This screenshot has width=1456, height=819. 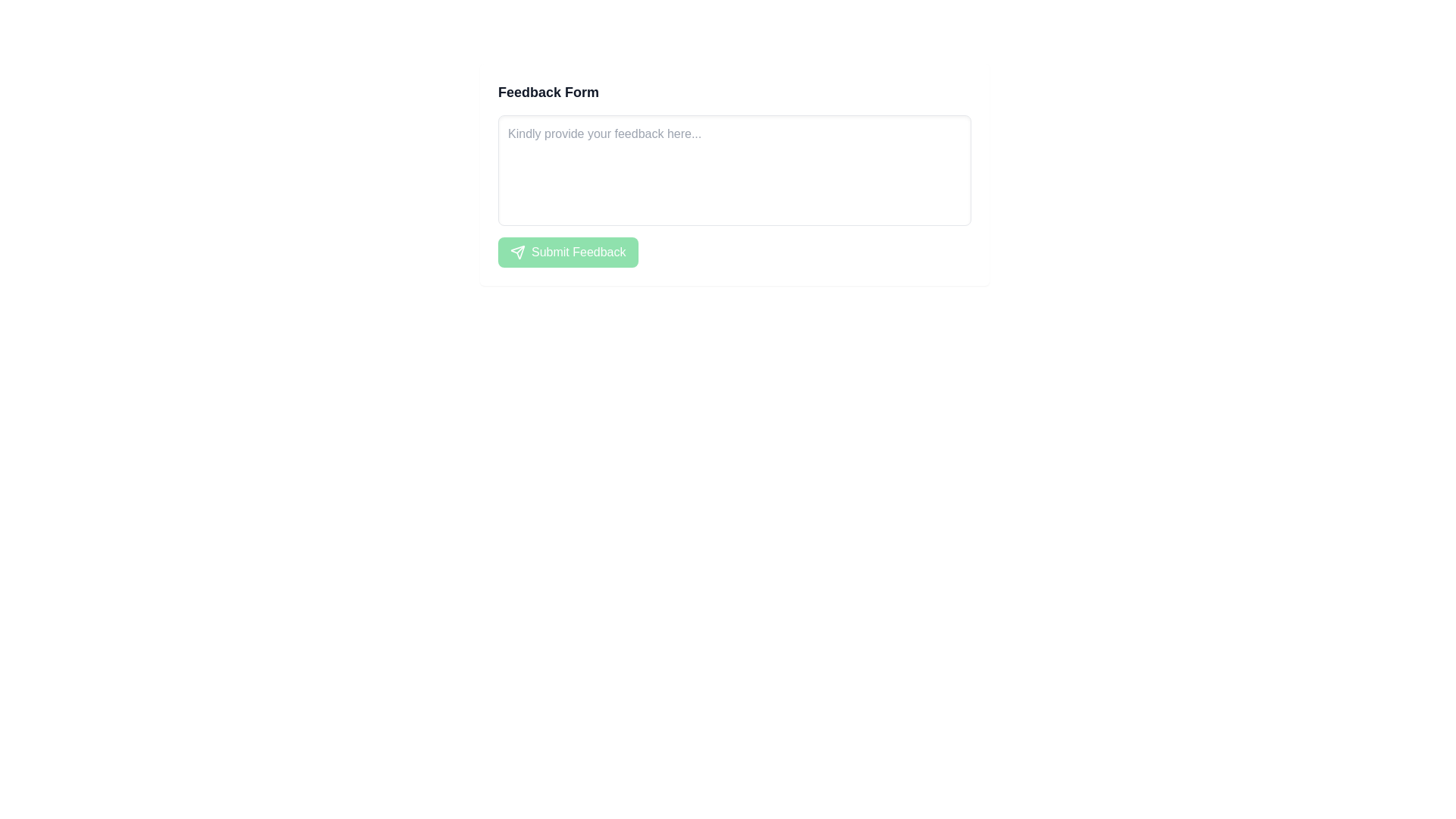 I want to click on the 'Submit Feedback' button which contains a triangular-shaped decorative icon at its bottom, so click(x=517, y=251).